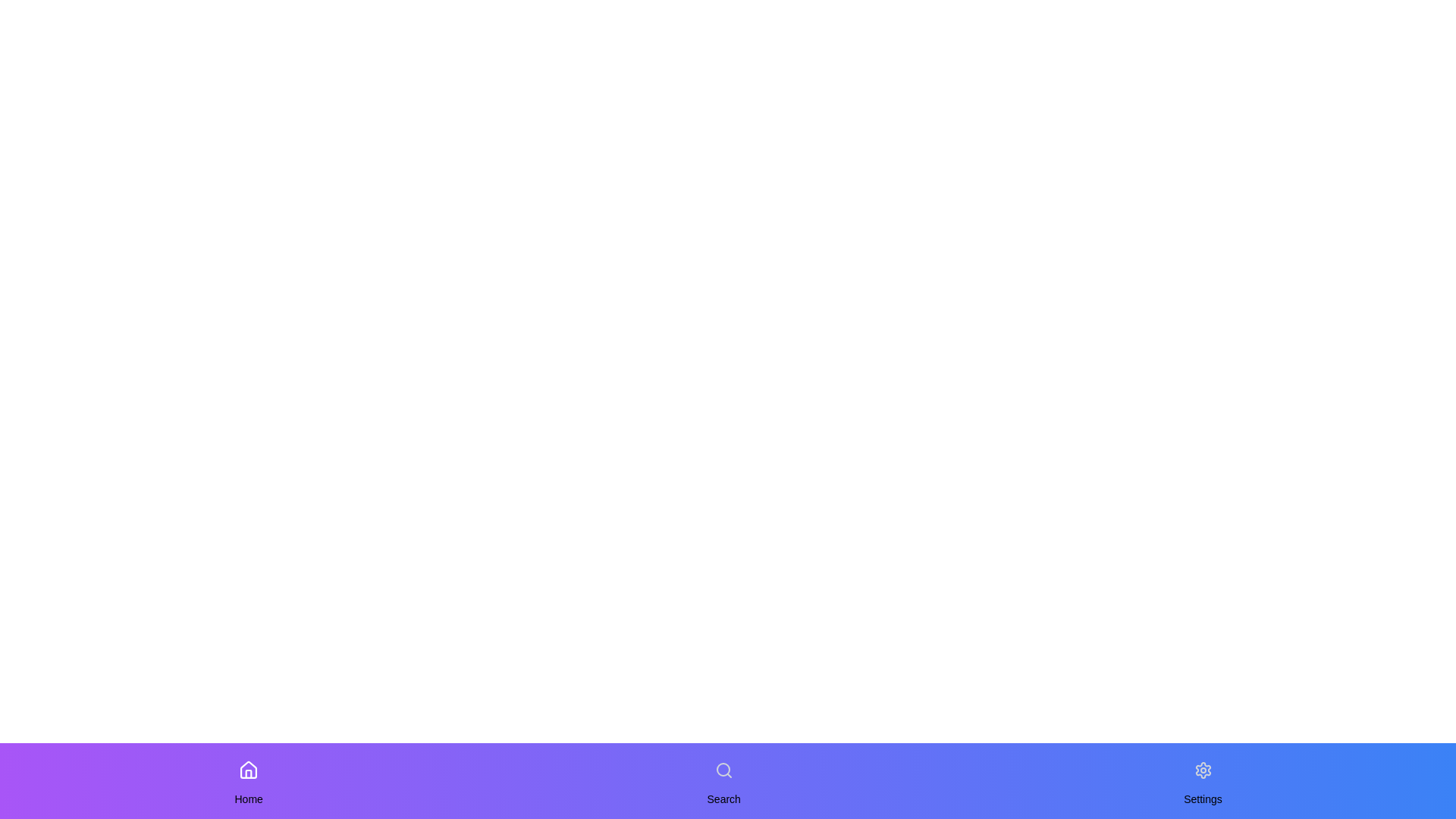 This screenshot has height=819, width=1456. I want to click on the navigation item Settings to observe its visual effect, so click(1201, 770).